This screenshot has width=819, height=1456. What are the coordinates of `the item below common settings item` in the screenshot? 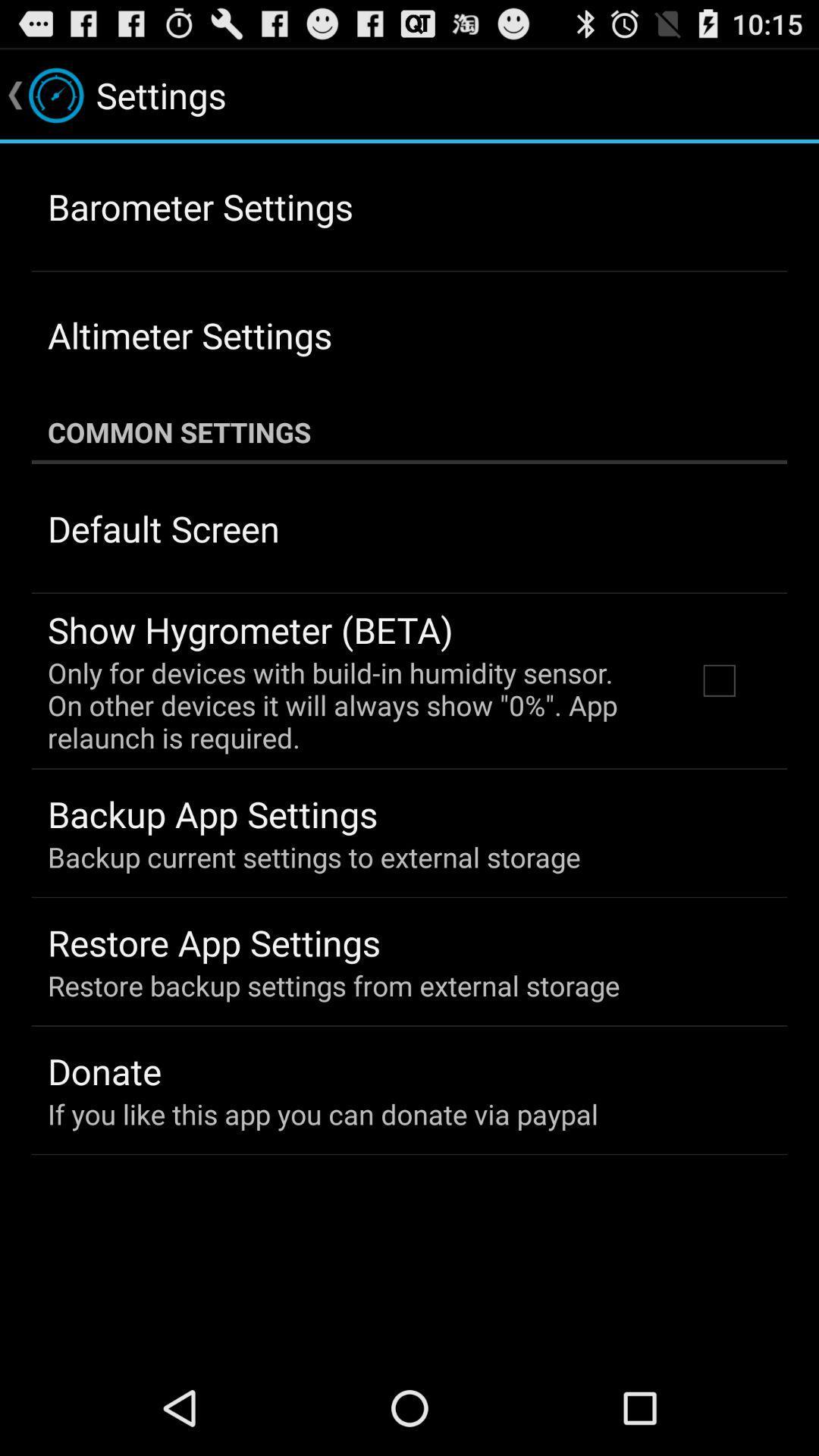 It's located at (164, 529).